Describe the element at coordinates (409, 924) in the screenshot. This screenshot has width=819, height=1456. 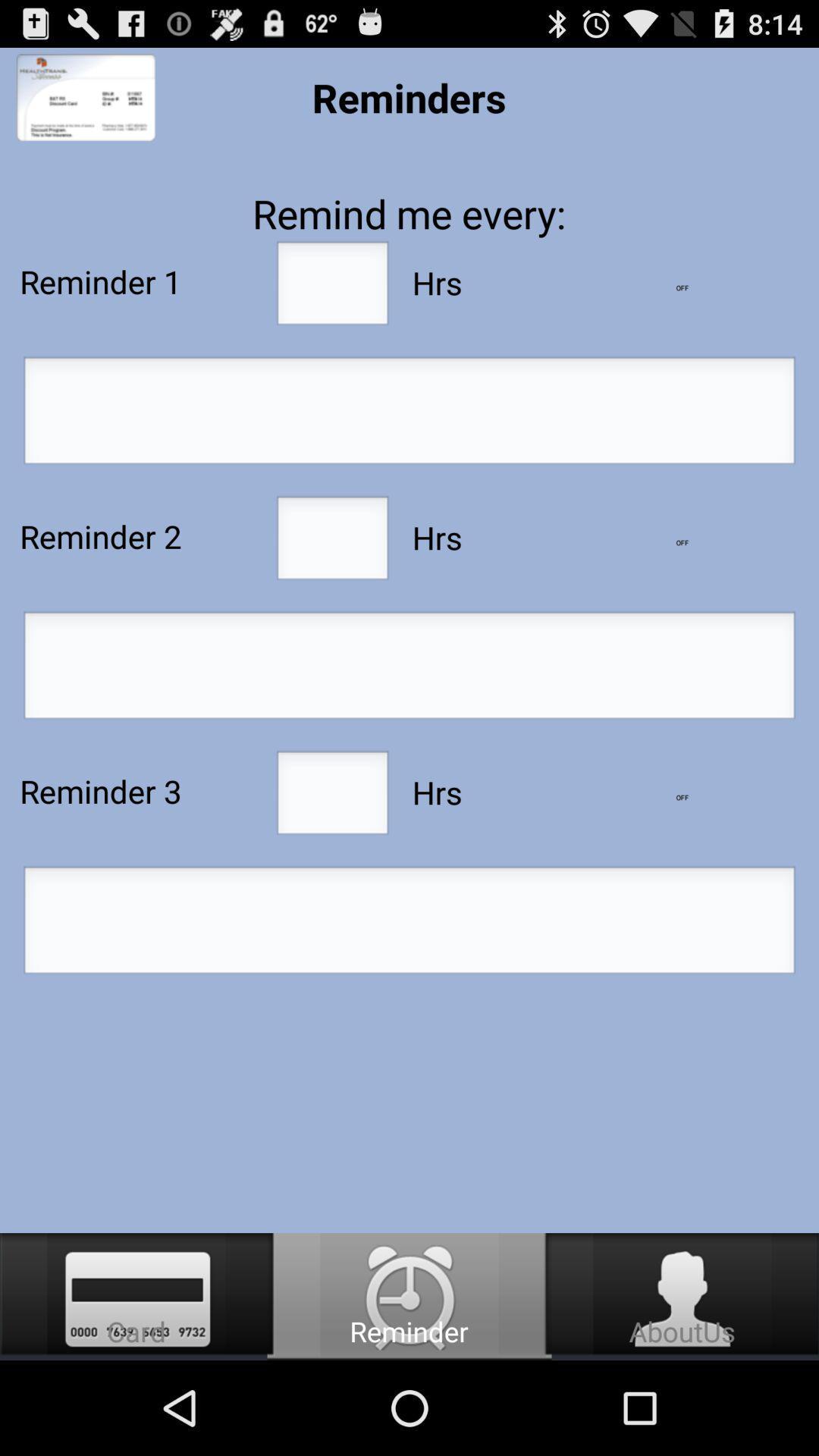
I see `notes to remember` at that location.